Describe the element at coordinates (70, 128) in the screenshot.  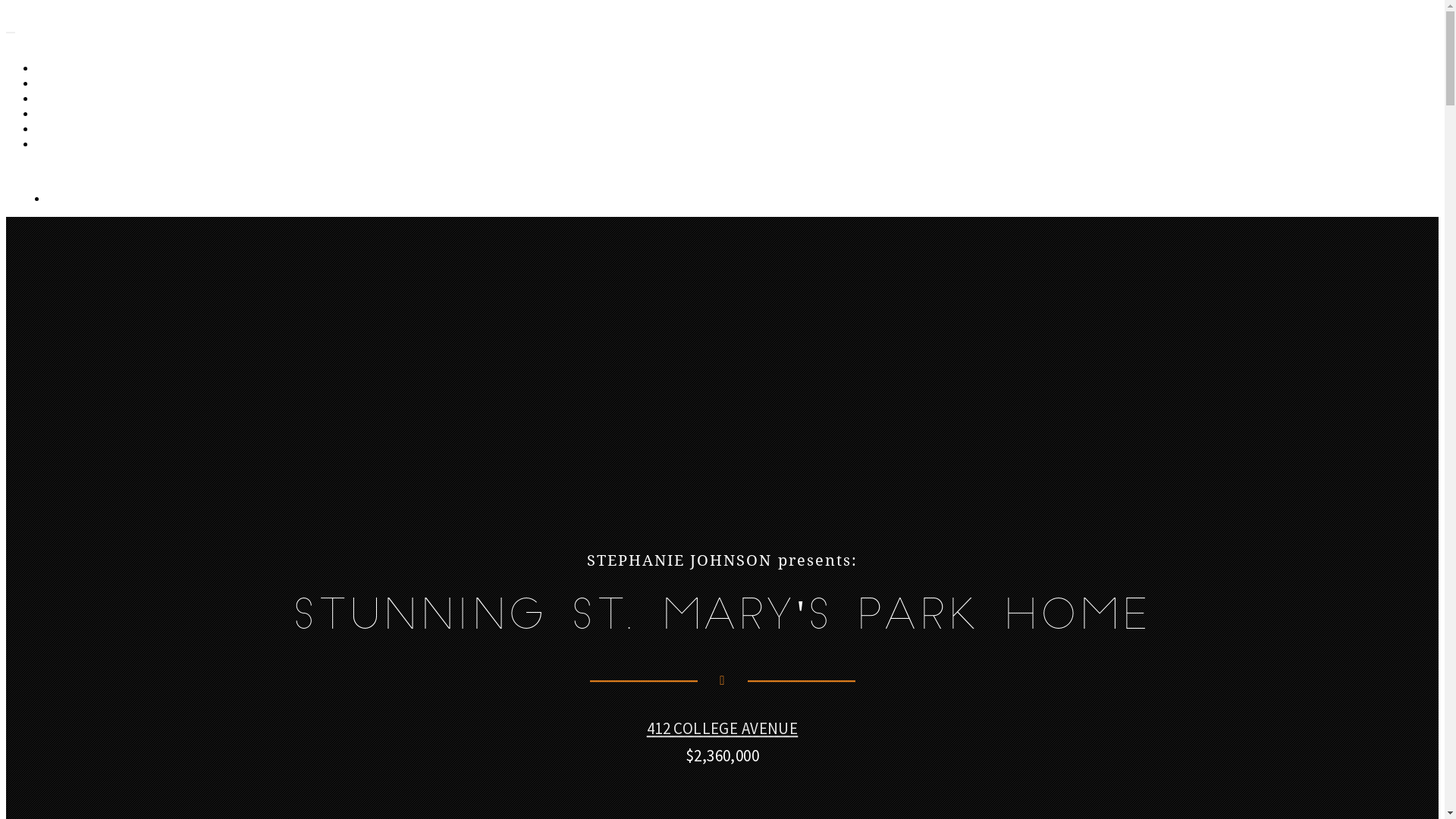
I see `'LOCATION'` at that location.